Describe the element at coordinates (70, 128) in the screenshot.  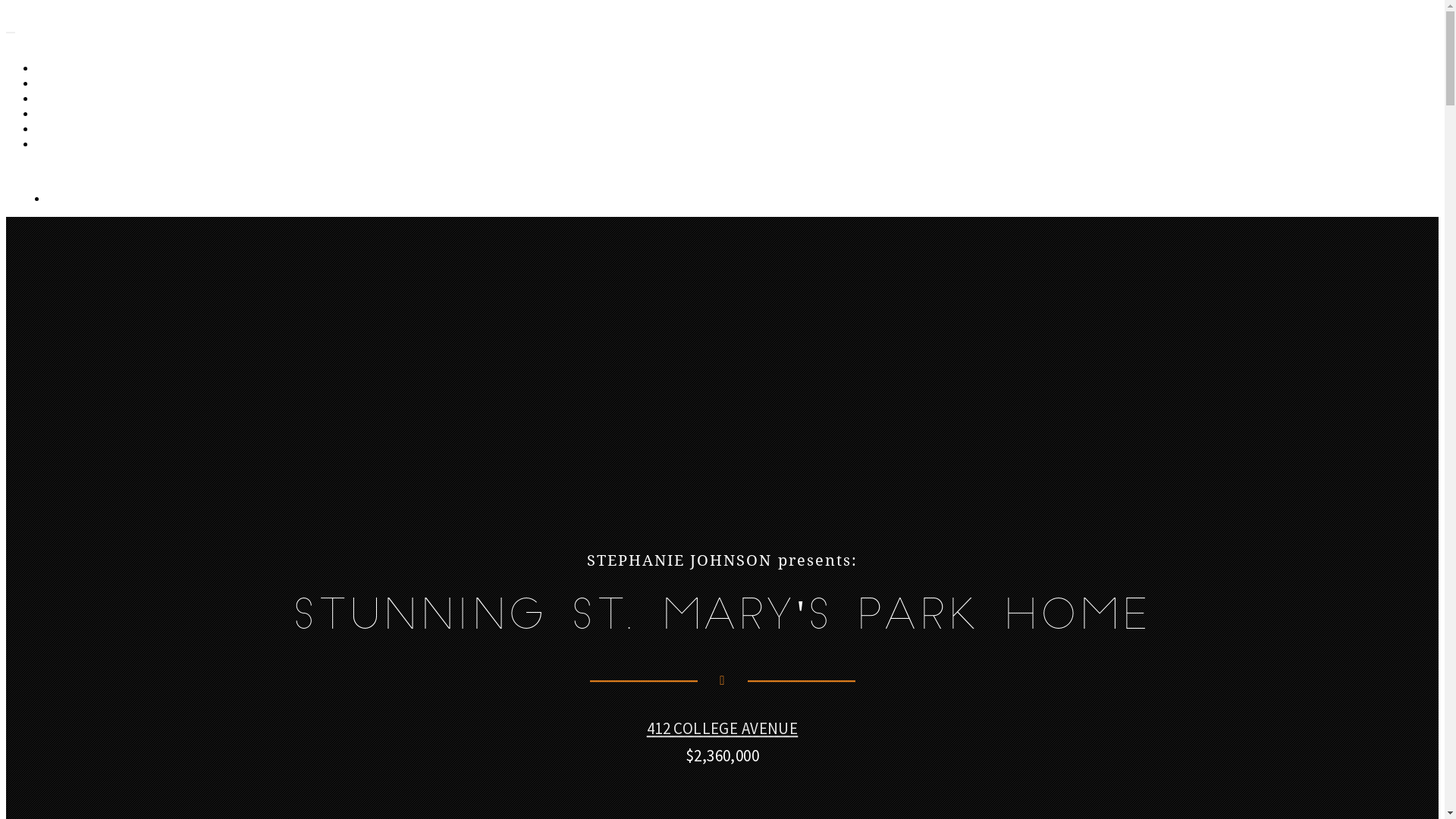
I see `'LOCATION'` at that location.